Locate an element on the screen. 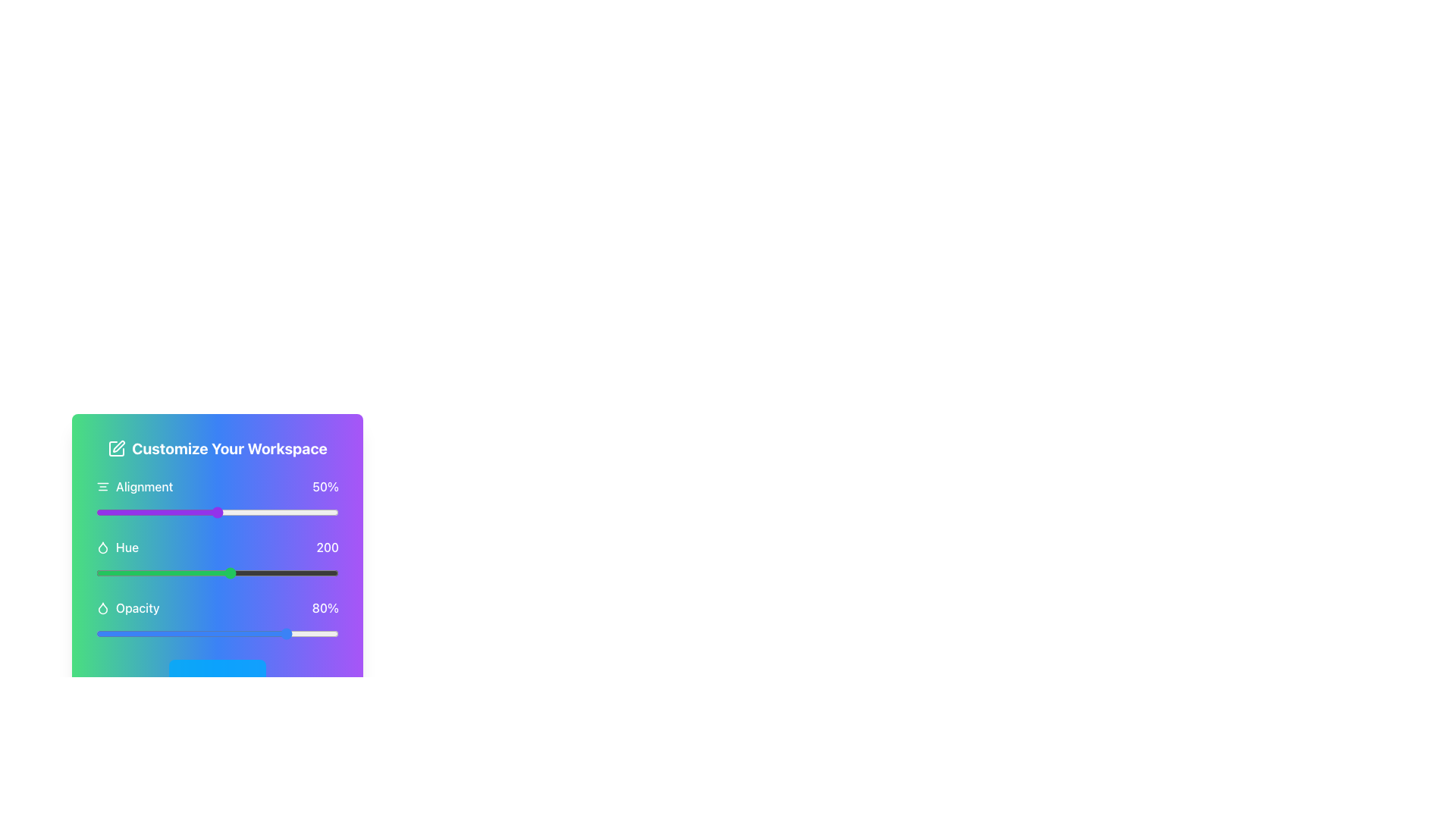  the alignment percentage is located at coordinates (268, 512).